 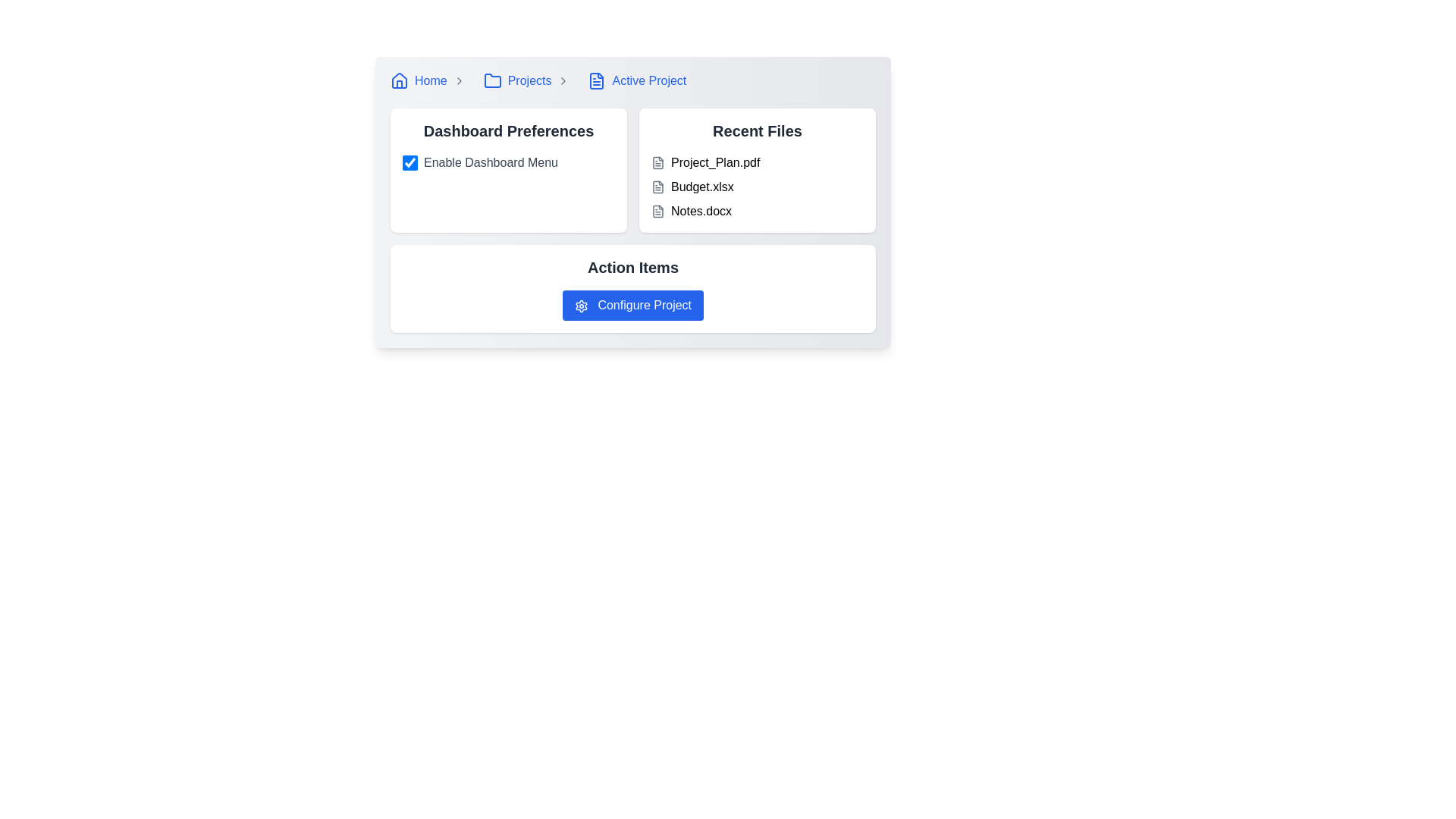 I want to click on the small blue file-like icon located before the 'Active Project' text in the breadcrumb navigation bar, so click(x=596, y=81).